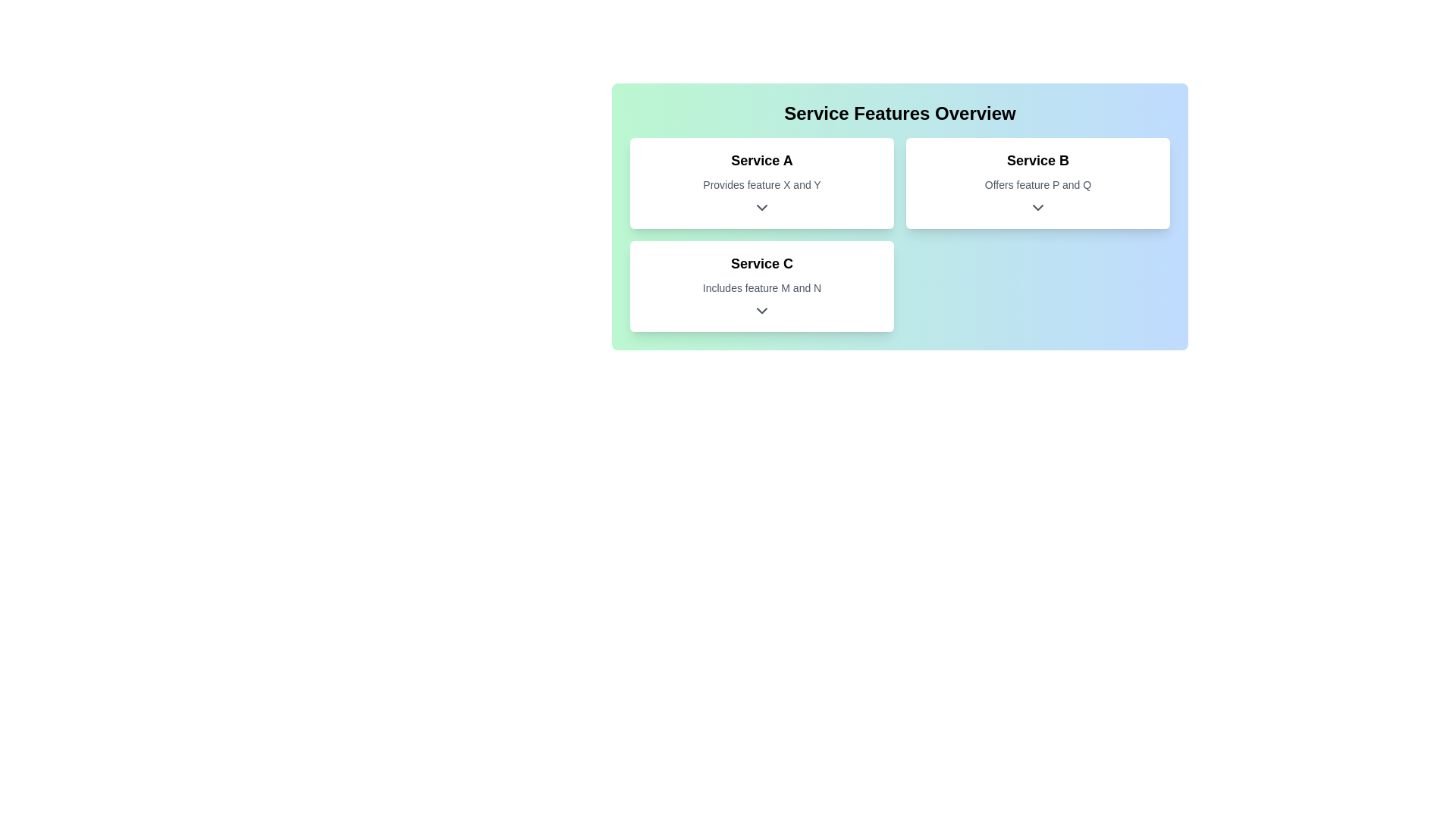 Image resolution: width=1456 pixels, height=819 pixels. Describe the element at coordinates (1037, 184) in the screenshot. I see `the static text label that reads 'Offers feature P and Q', which is located within the 'Service B' card, positioned below the title 'Service B' and above the arrow icon` at that location.